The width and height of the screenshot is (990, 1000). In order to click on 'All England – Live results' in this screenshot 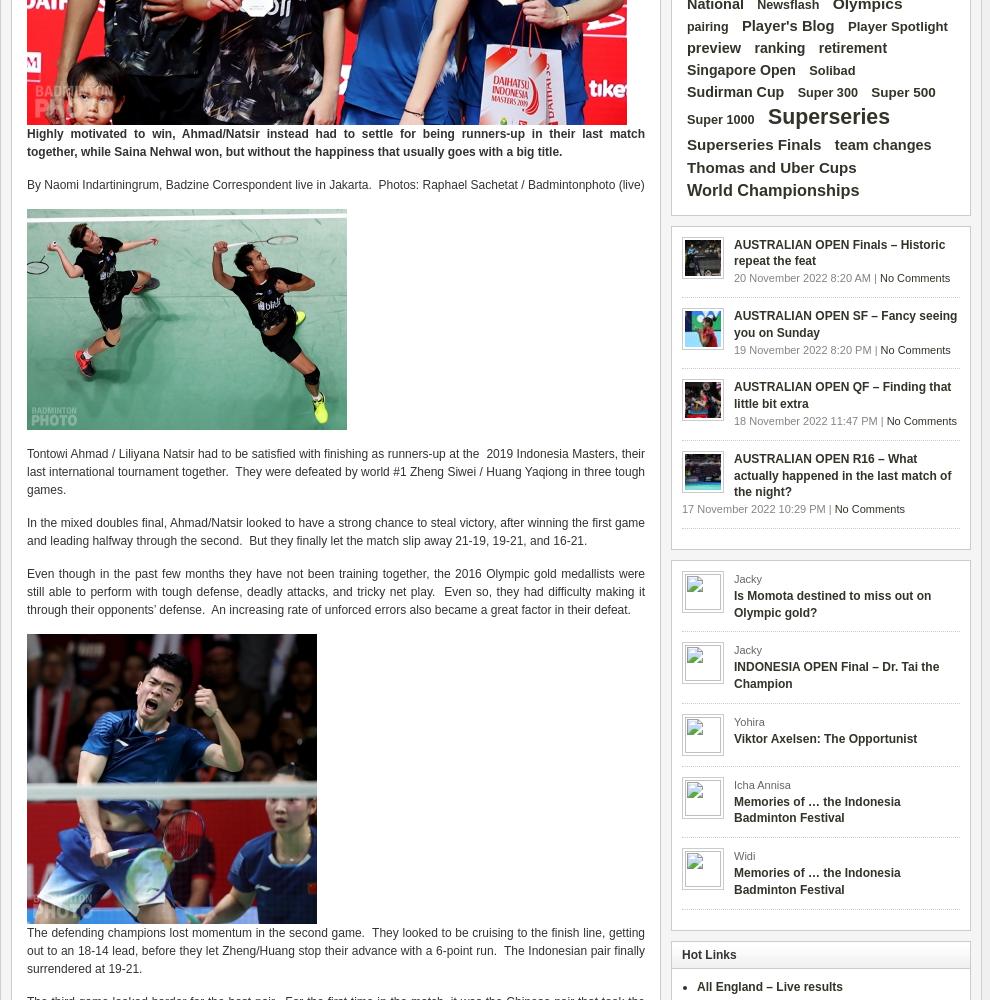, I will do `click(770, 986)`.